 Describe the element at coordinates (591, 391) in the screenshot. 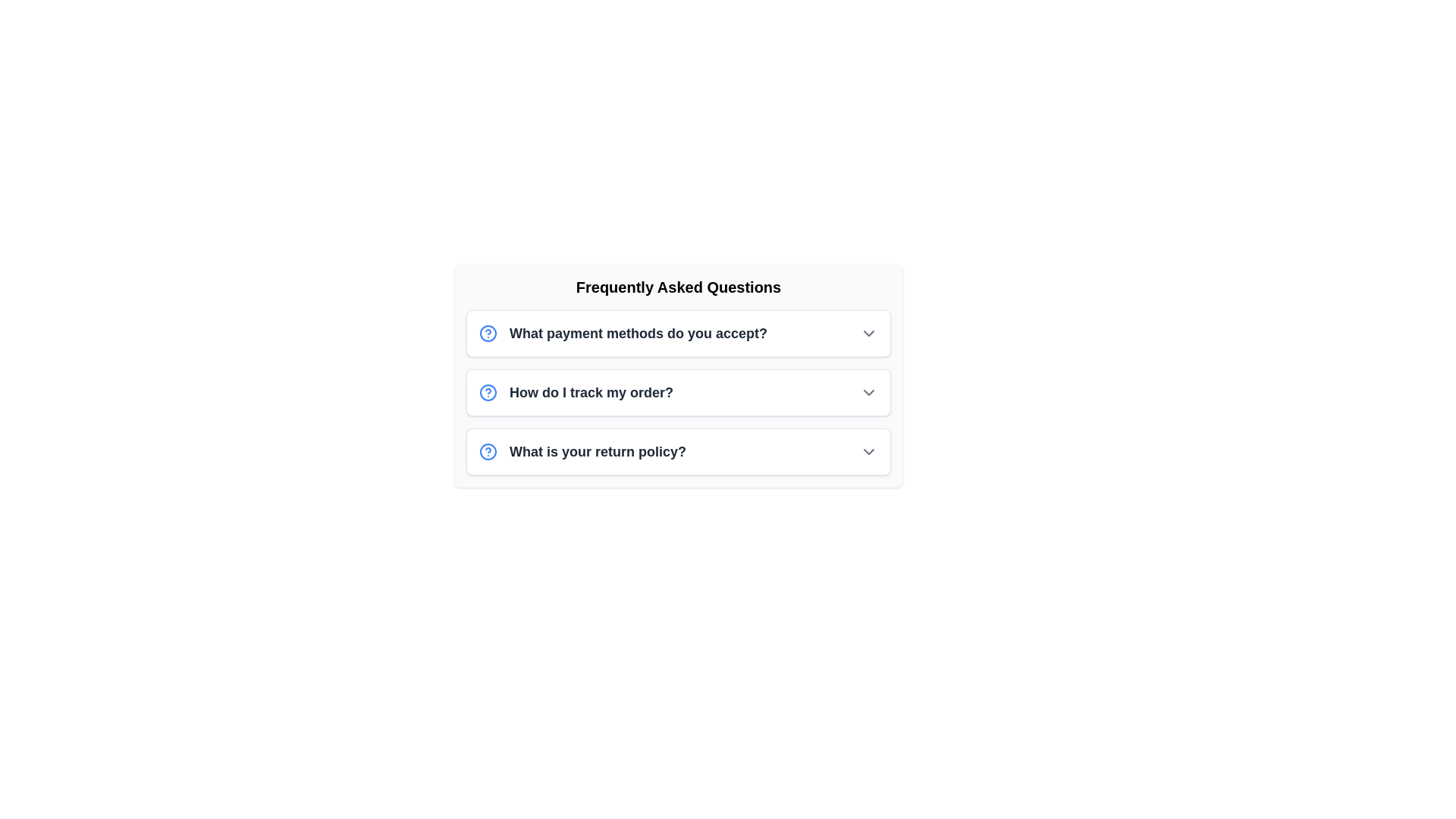

I see `the second question in the FAQ section about tracking orders, located between 'What payment methods do you accept?' and 'What is your return policy?'` at that location.